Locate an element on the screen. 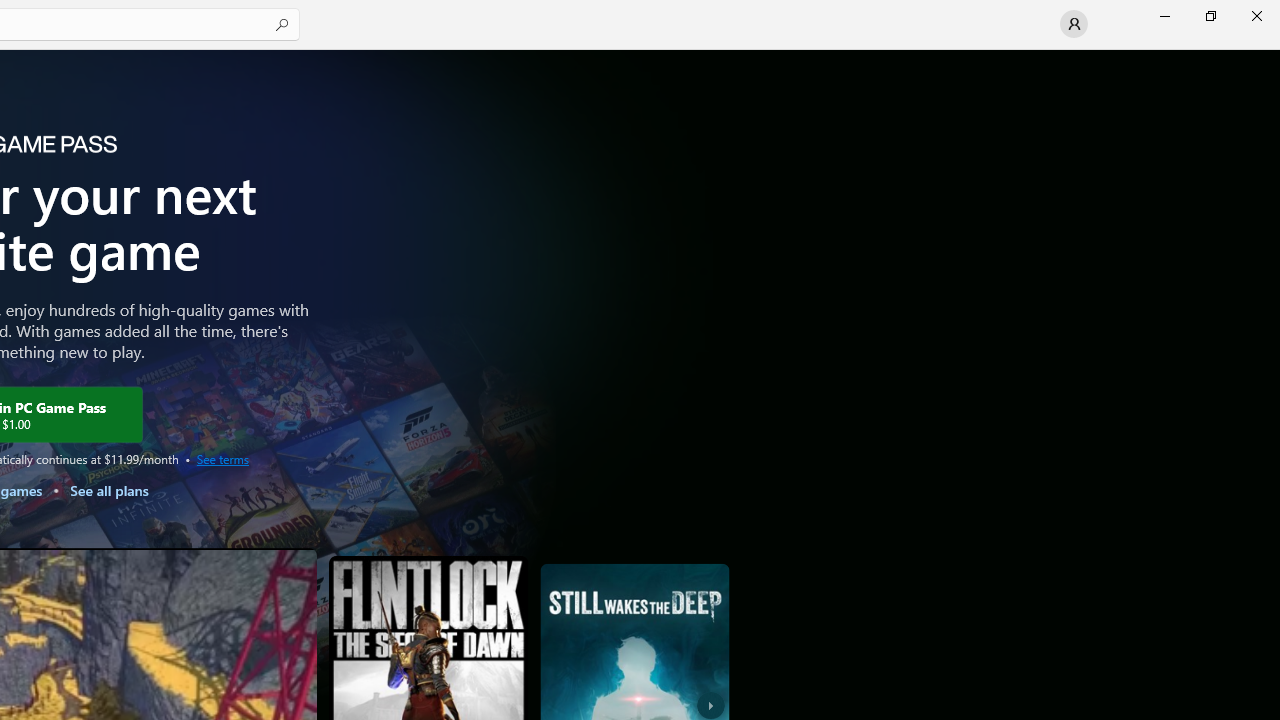 The image size is (1280, 720). 'See all plans' is located at coordinates (107, 490).